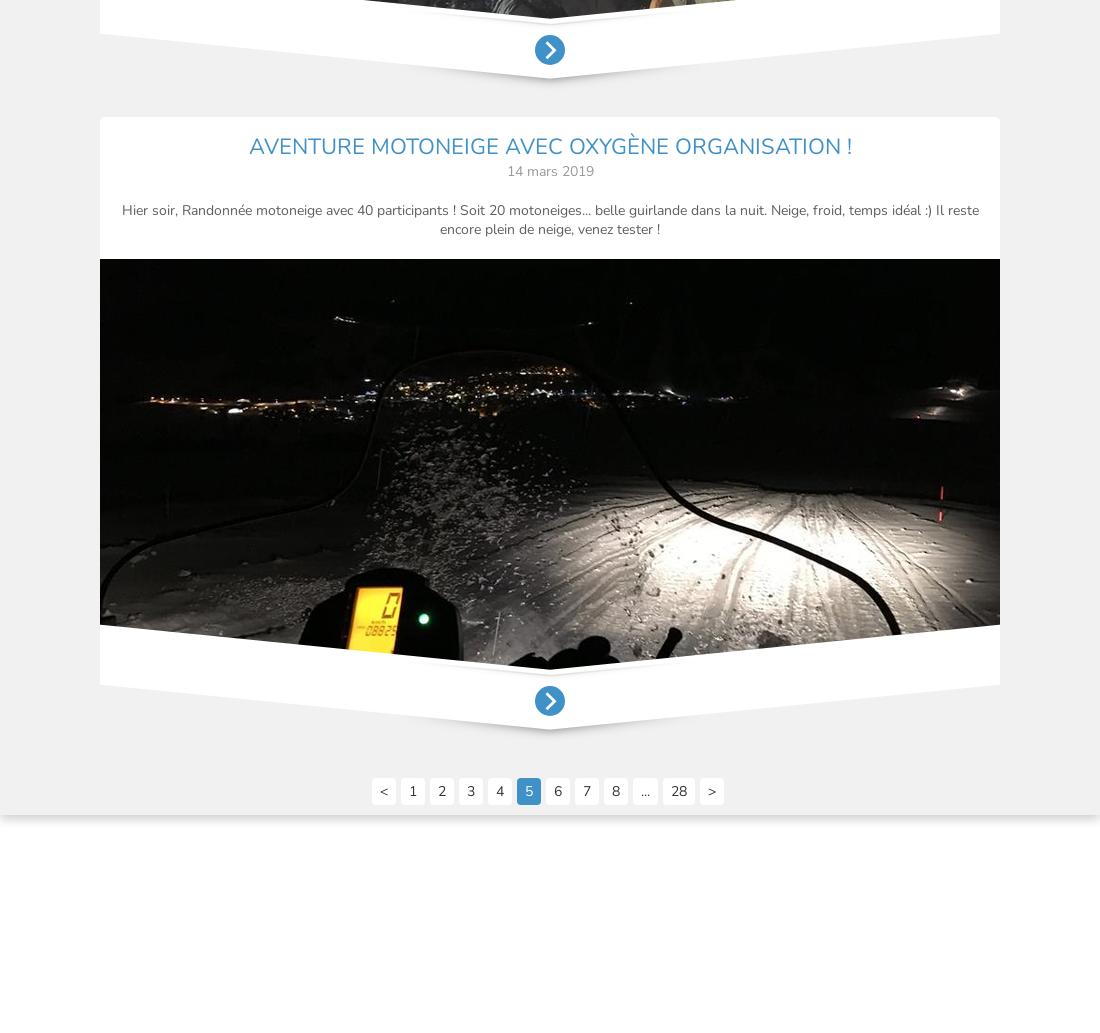 This screenshot has width=1100, height=1033. I want to click on '6', so click(556, 790).